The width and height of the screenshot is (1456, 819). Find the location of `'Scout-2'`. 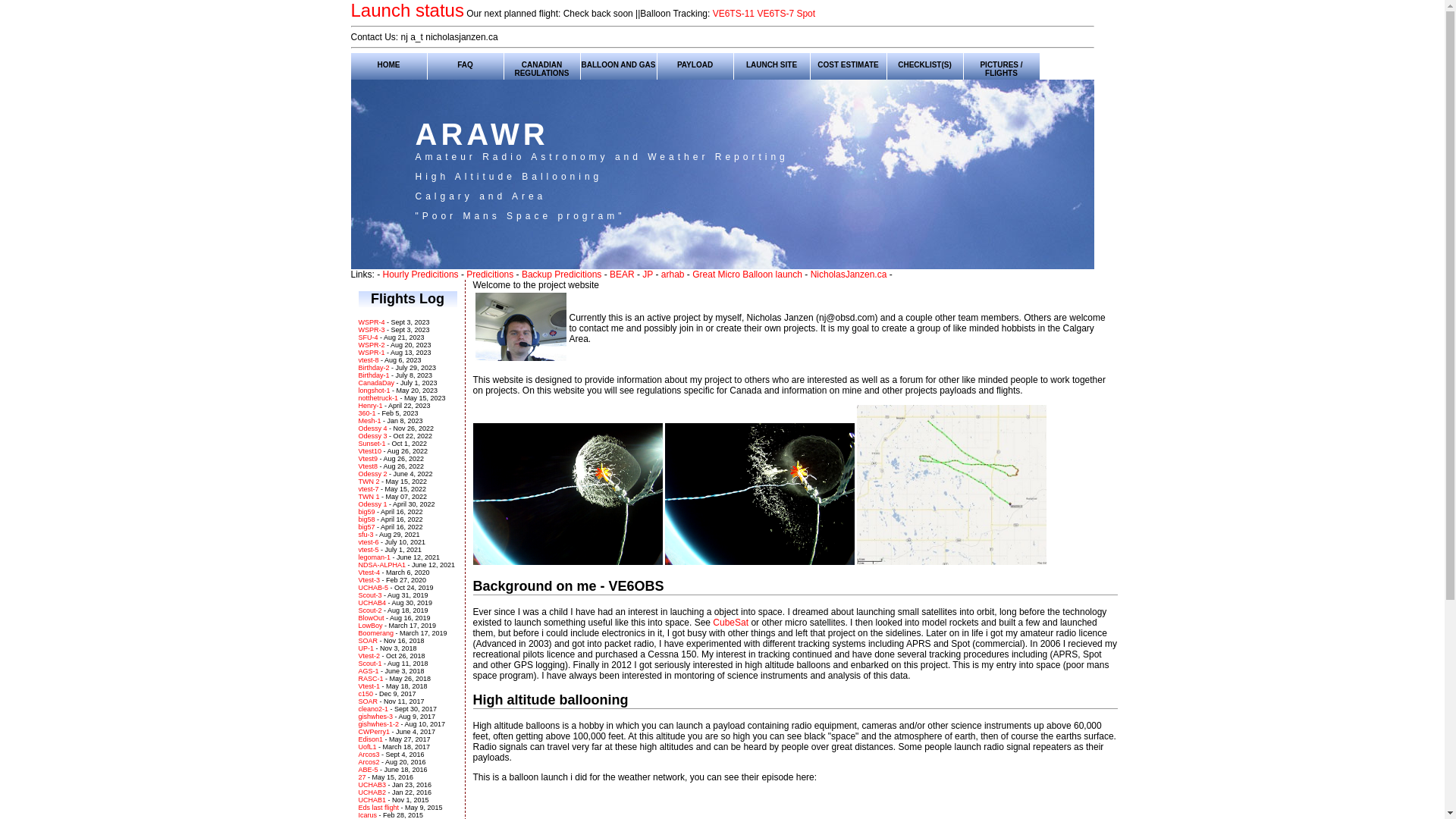

'Scout-2' is located at coordinates (369, 610).